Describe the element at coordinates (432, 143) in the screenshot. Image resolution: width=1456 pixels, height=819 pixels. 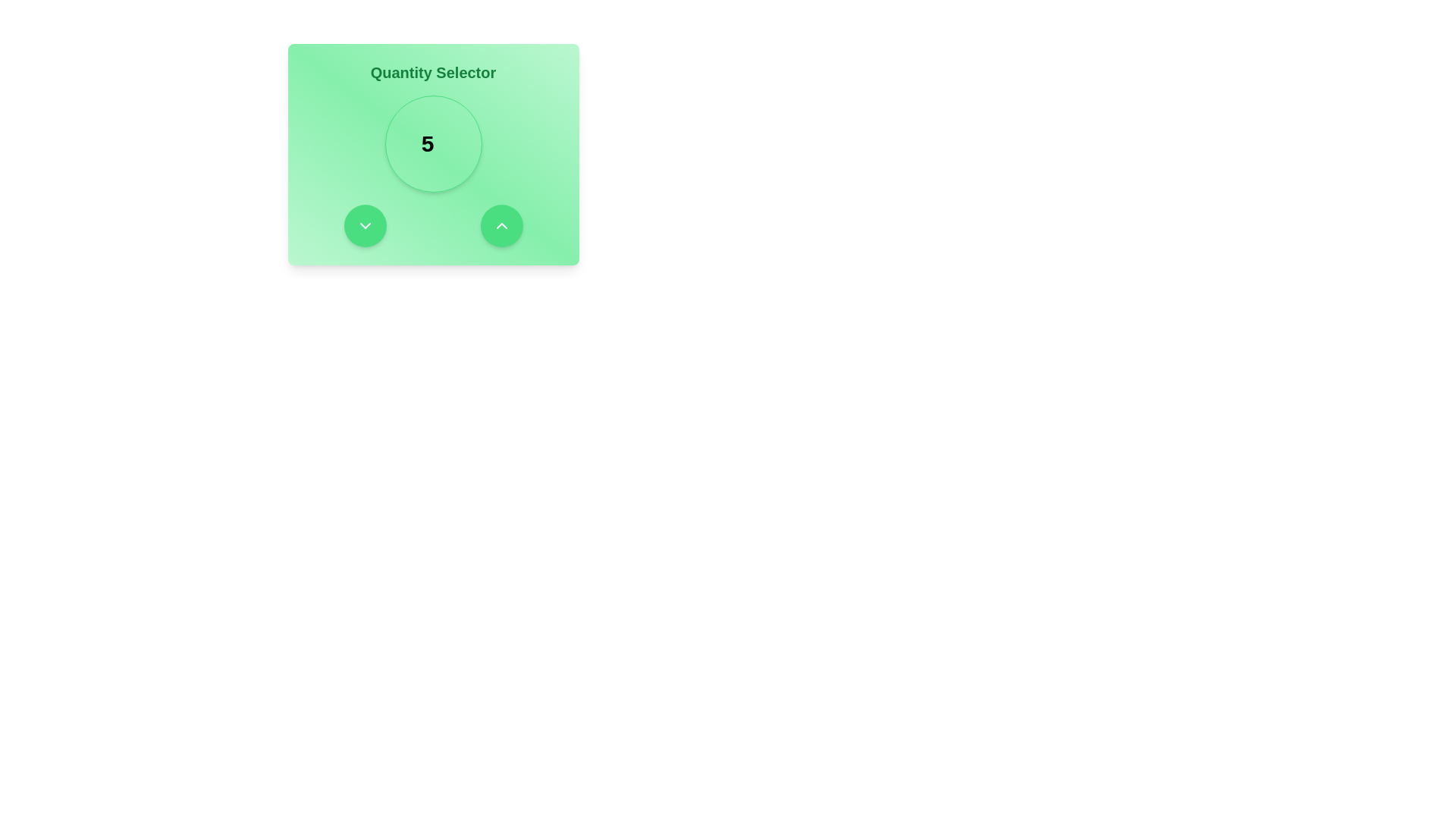
I see `the circular Number display element with a green background, bold numerical content, located under the 'Quantity Selector' title and between two circular buttons` at that location.